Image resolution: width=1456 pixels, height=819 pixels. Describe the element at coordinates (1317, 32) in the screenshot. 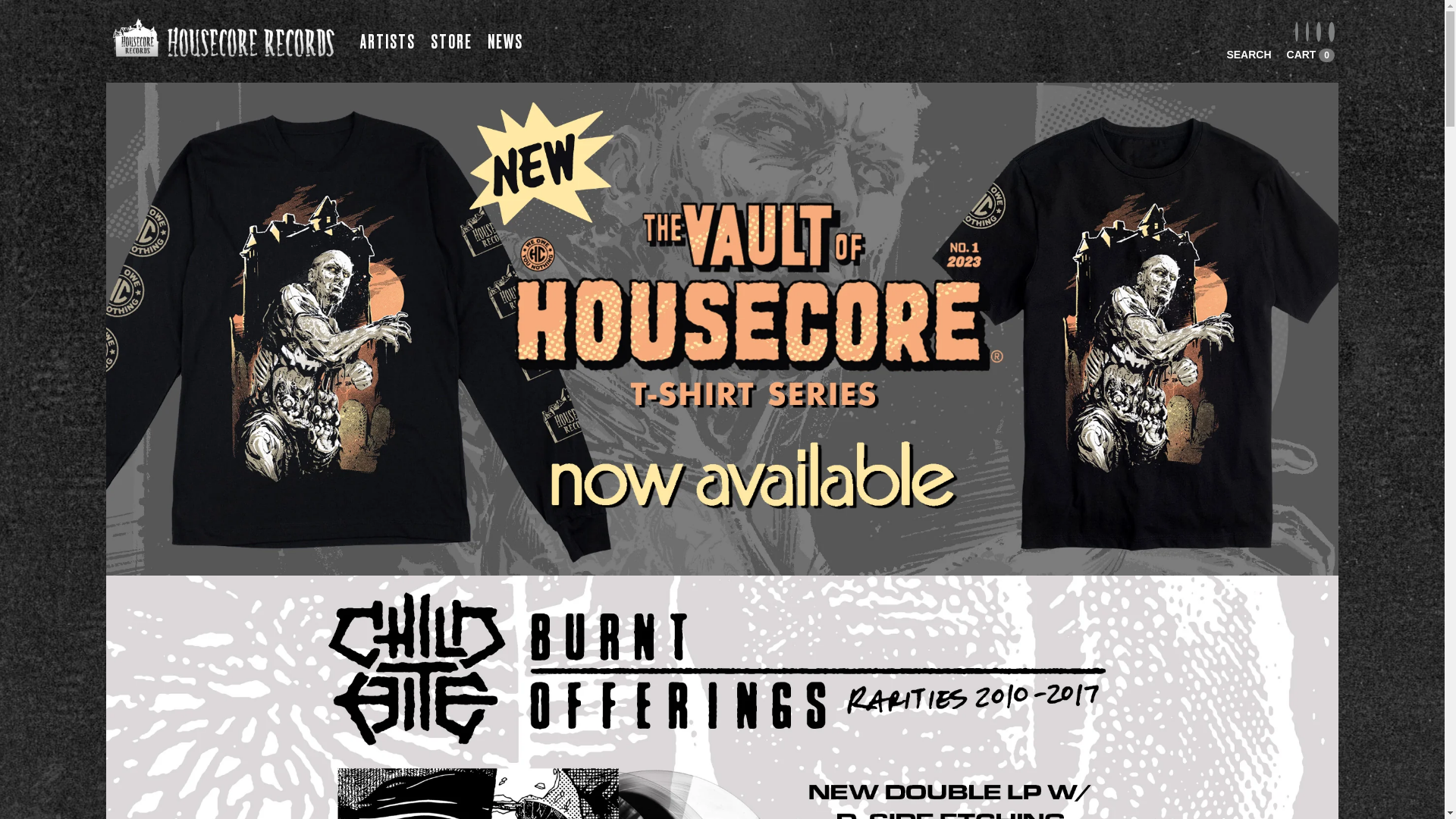

I see `'twitter'` at that location.